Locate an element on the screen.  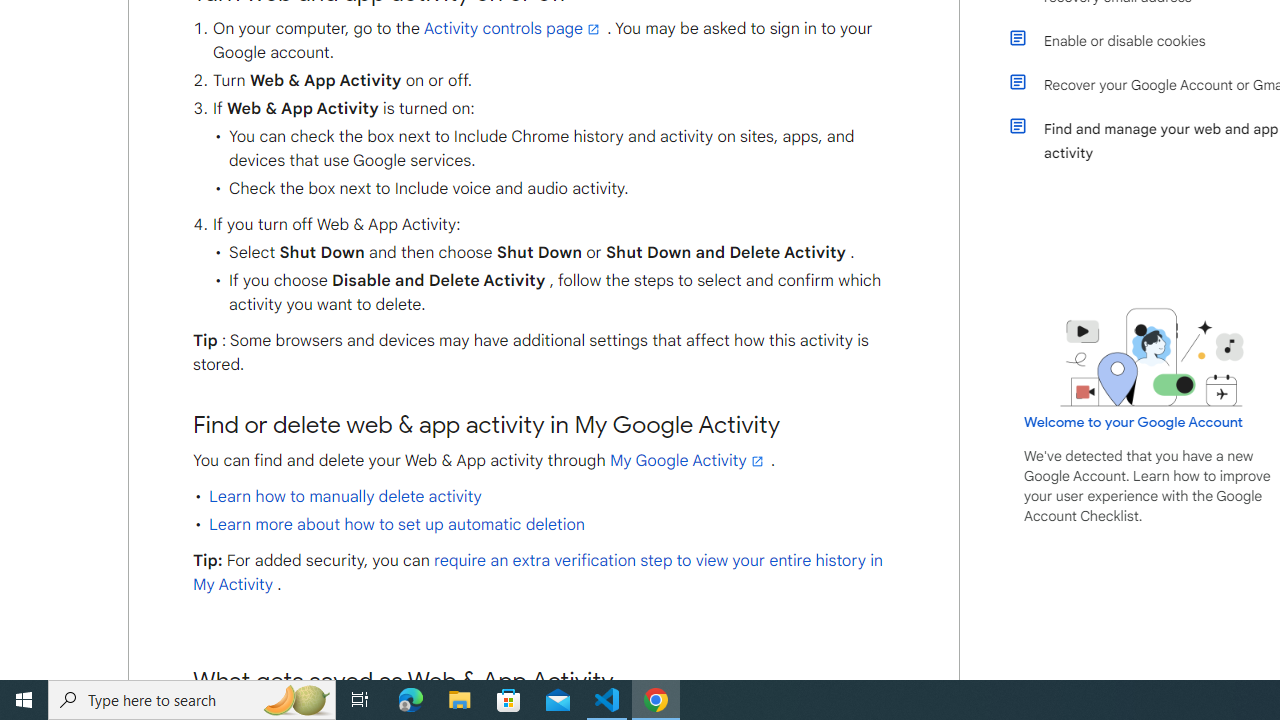
'My Google Activity' is located at coordinates (688, 460).